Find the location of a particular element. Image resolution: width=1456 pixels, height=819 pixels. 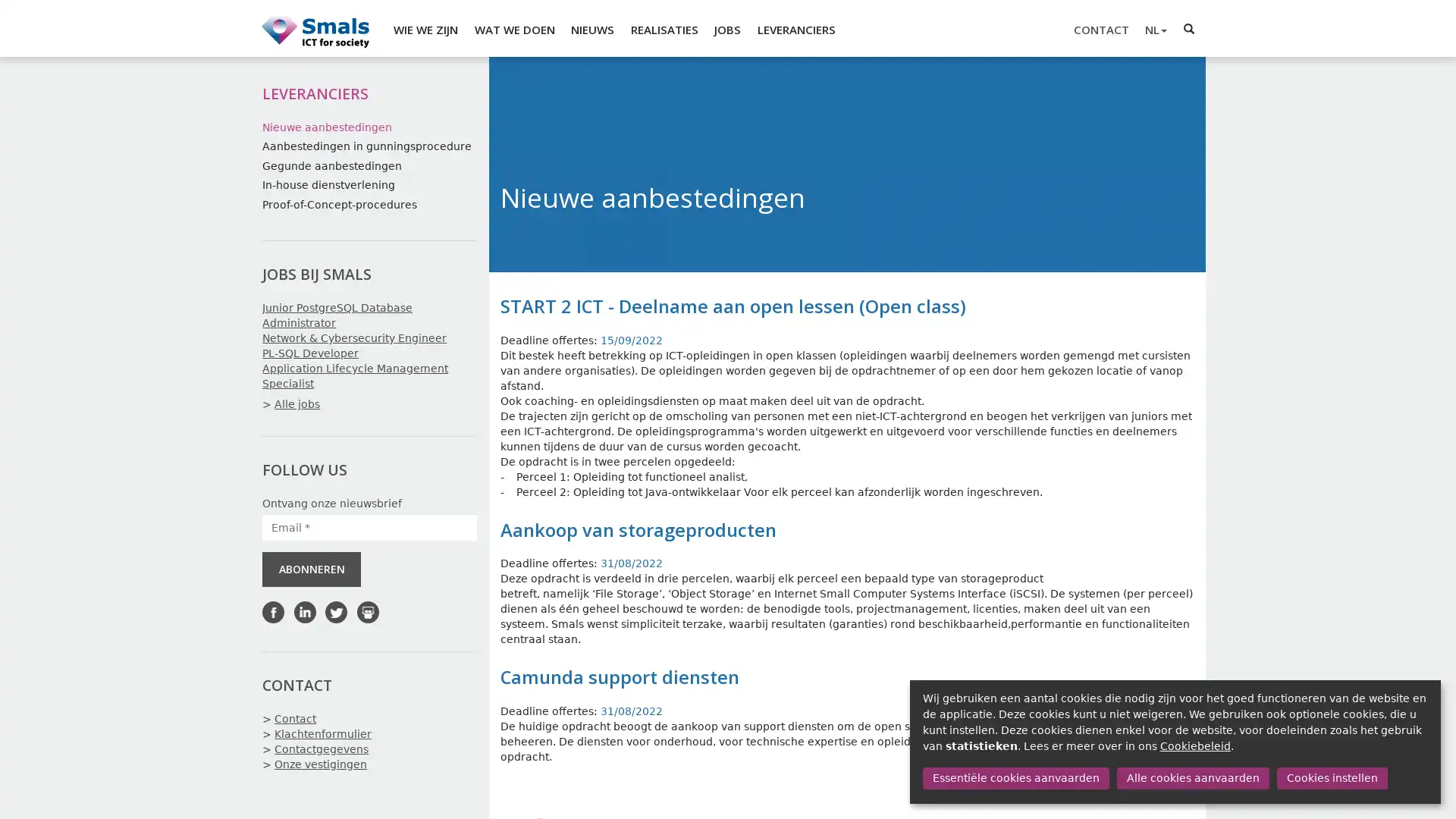

Cookies instellen is located at coordinates (1331, 778).